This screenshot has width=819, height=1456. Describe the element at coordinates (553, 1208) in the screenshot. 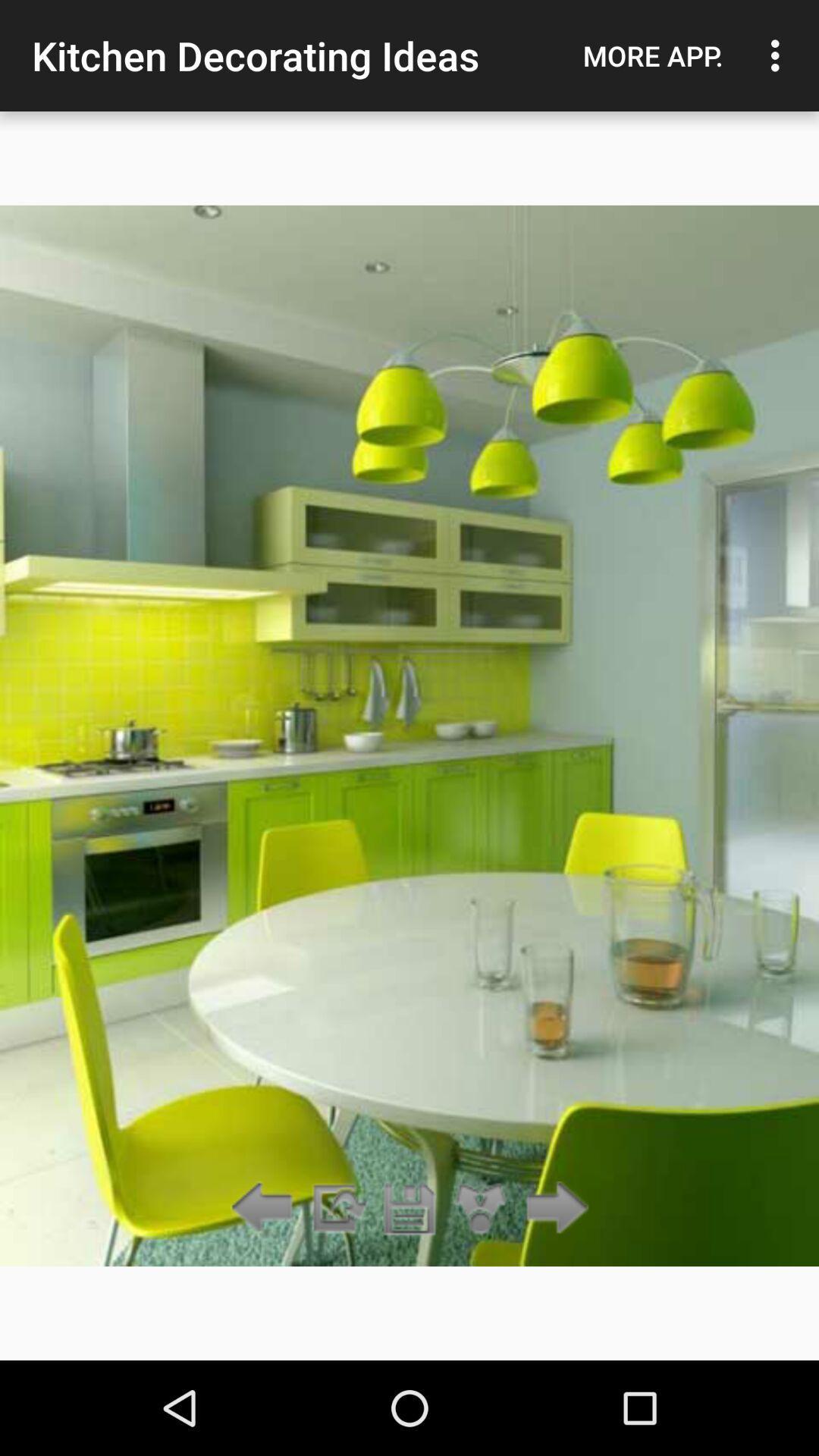

I see `the item below the more app.` at that location.